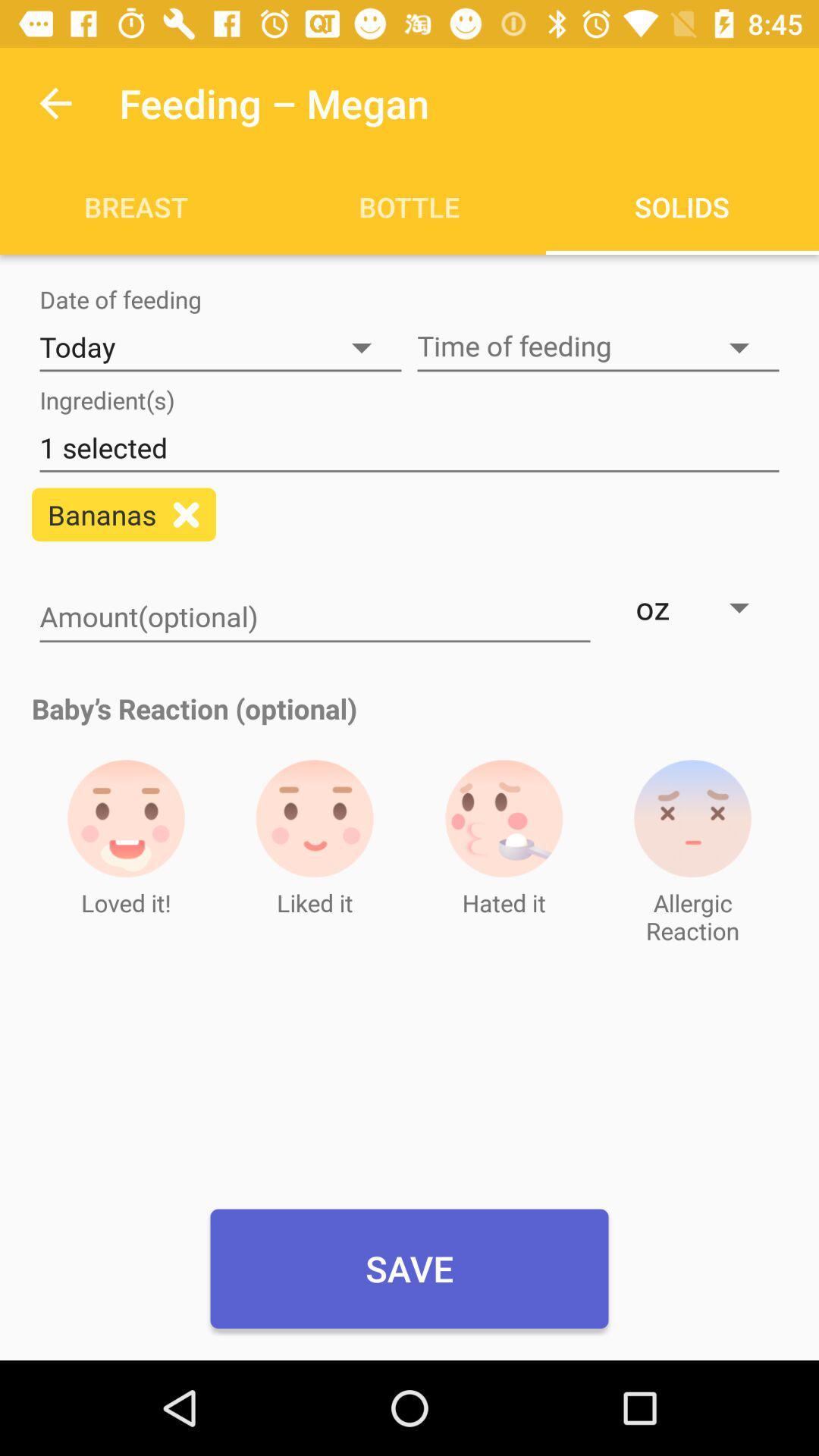 Image resolution: width=819 pixels, height=1456 pixels. Describe the element at coordinates (598, 347) in the screenshot. I see `to set timing` at that location.